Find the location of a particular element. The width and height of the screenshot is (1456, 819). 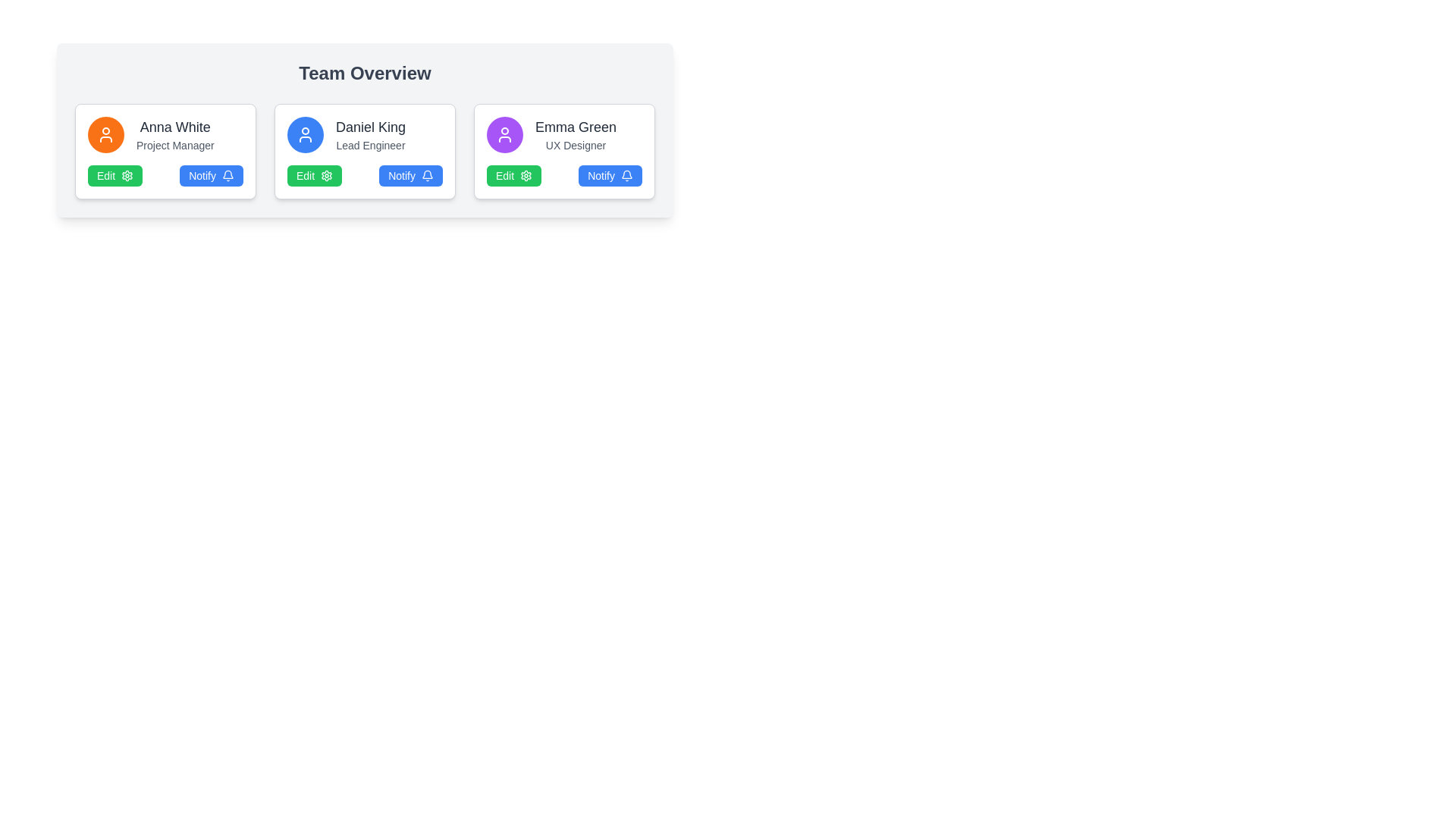

the notification bell icon with a blue background and white outline, located to the right of the 'Notify' text in the button of the second card under 'Team Overview' is located at coordinates (427, 174).